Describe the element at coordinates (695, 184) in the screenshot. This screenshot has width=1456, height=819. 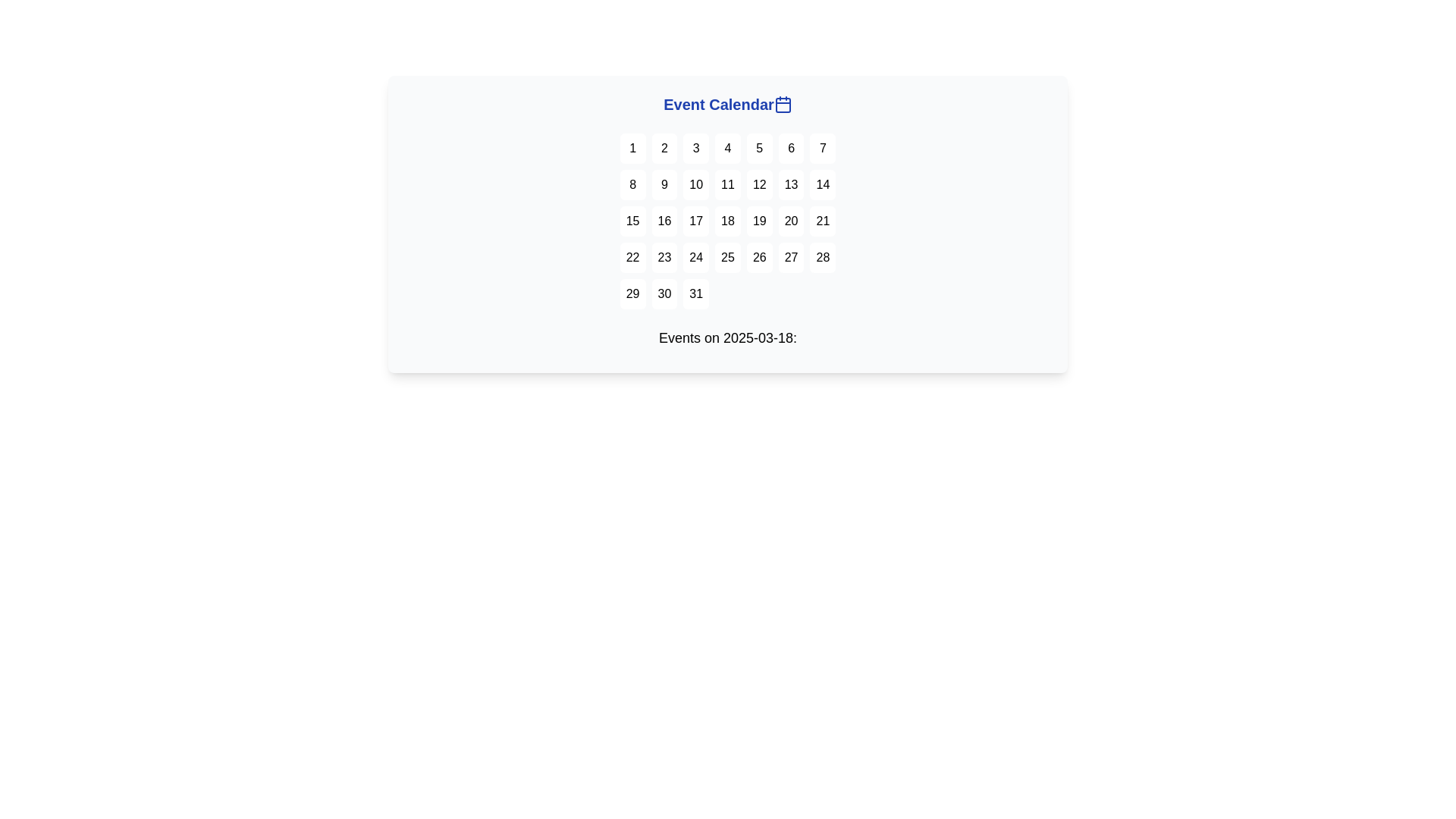
I see `the square button displaying the number '10' located in the second row and third column of the 'Event Calendar' section for keyboard interaction` at that location.